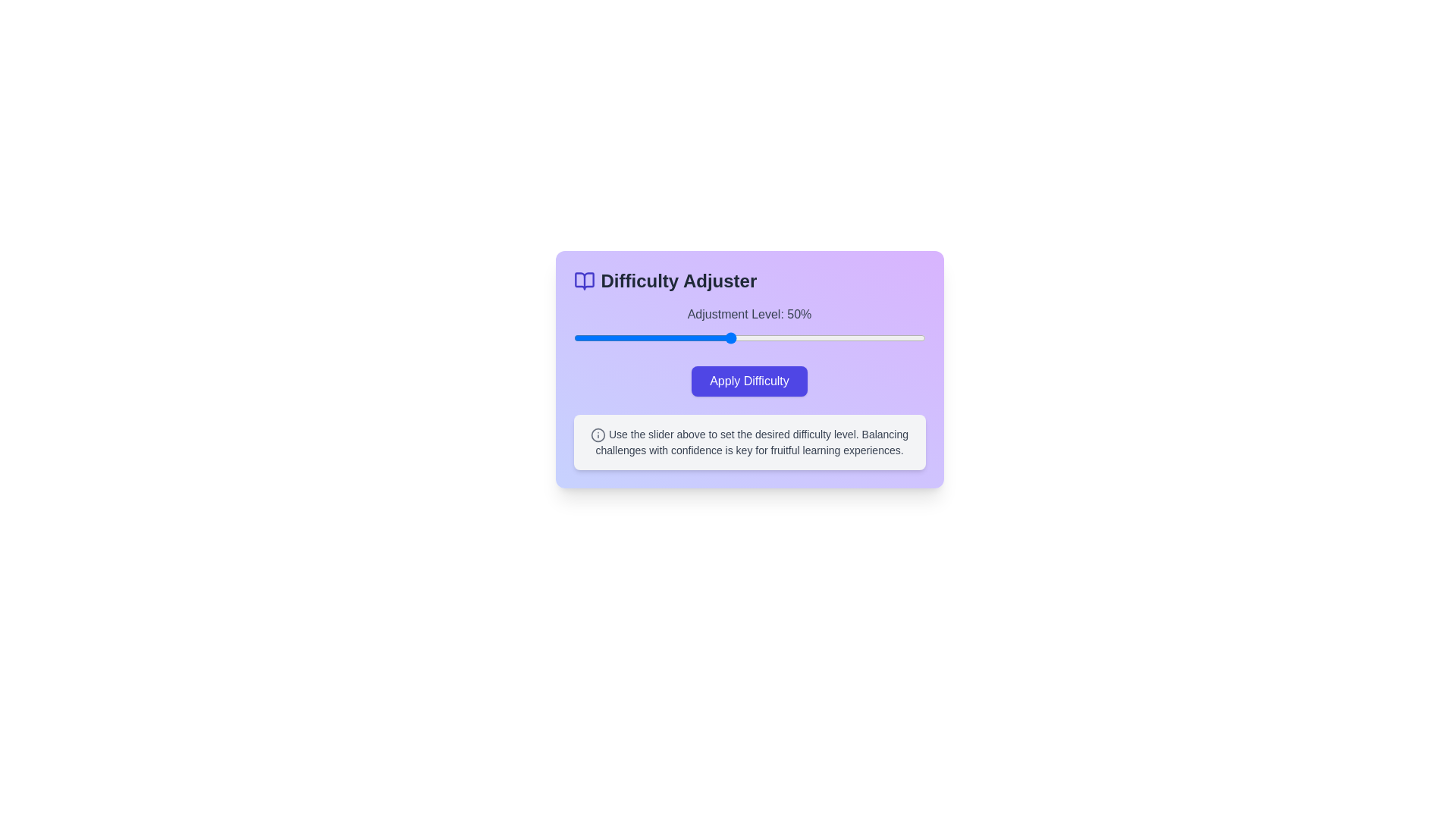 This screenshot has width=1456, height=819. What do you see at coordinates (894, 337) in the screenshot?
I see `the difficulty slider to 92%` at bounding box center [894, 337].